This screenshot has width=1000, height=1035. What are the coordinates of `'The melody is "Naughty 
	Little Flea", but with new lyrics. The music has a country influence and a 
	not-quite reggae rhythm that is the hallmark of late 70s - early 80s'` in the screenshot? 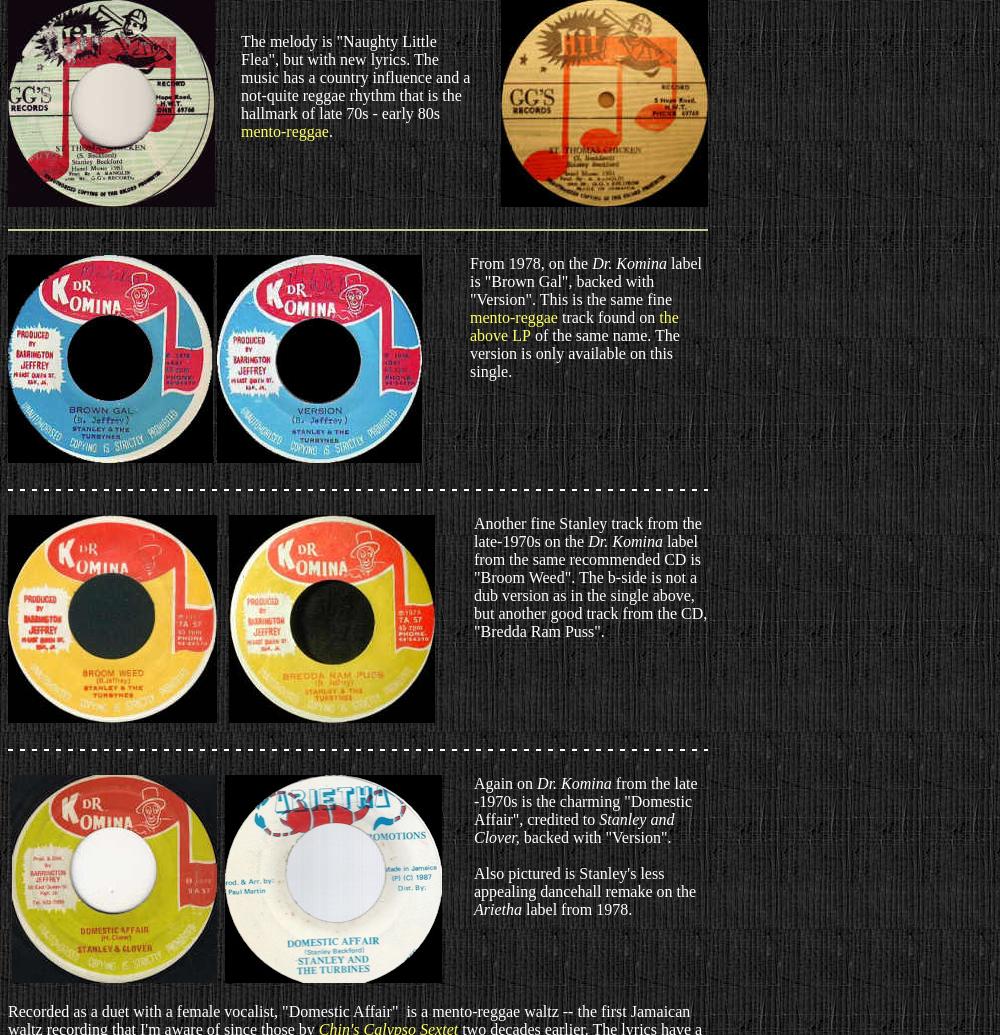 It's located at (354, 77).